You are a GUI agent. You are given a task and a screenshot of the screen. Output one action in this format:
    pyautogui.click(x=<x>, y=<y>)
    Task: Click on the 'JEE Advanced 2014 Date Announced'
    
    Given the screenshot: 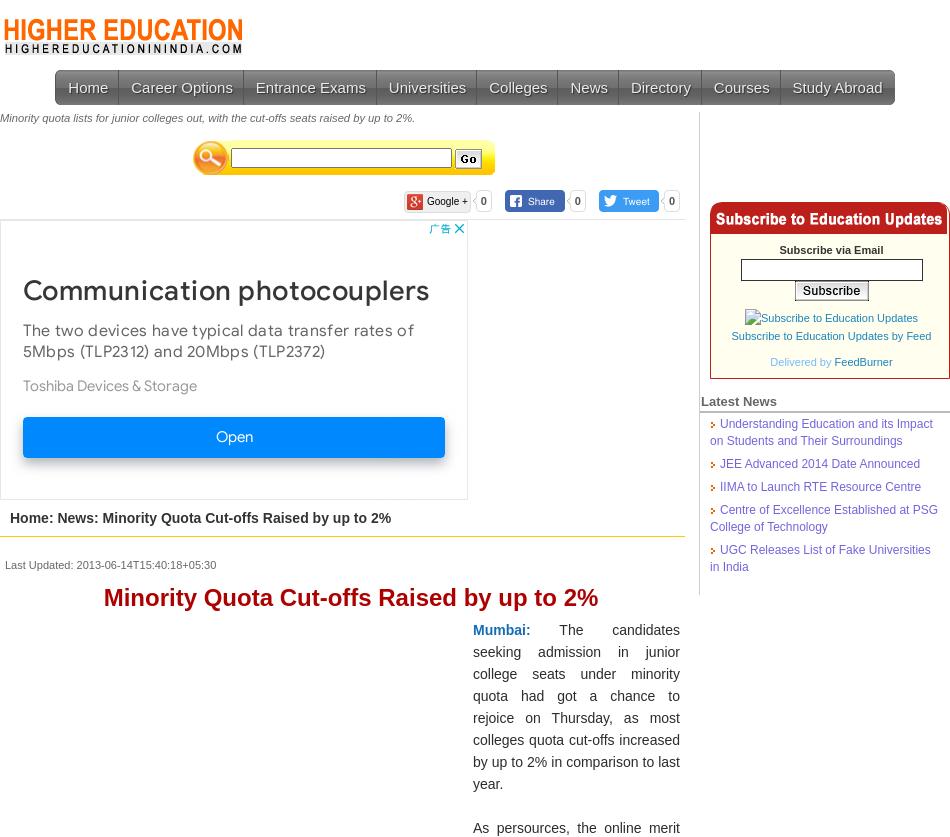 What is the action you would take?
    pyautogui.click(x=819, y=463)
    